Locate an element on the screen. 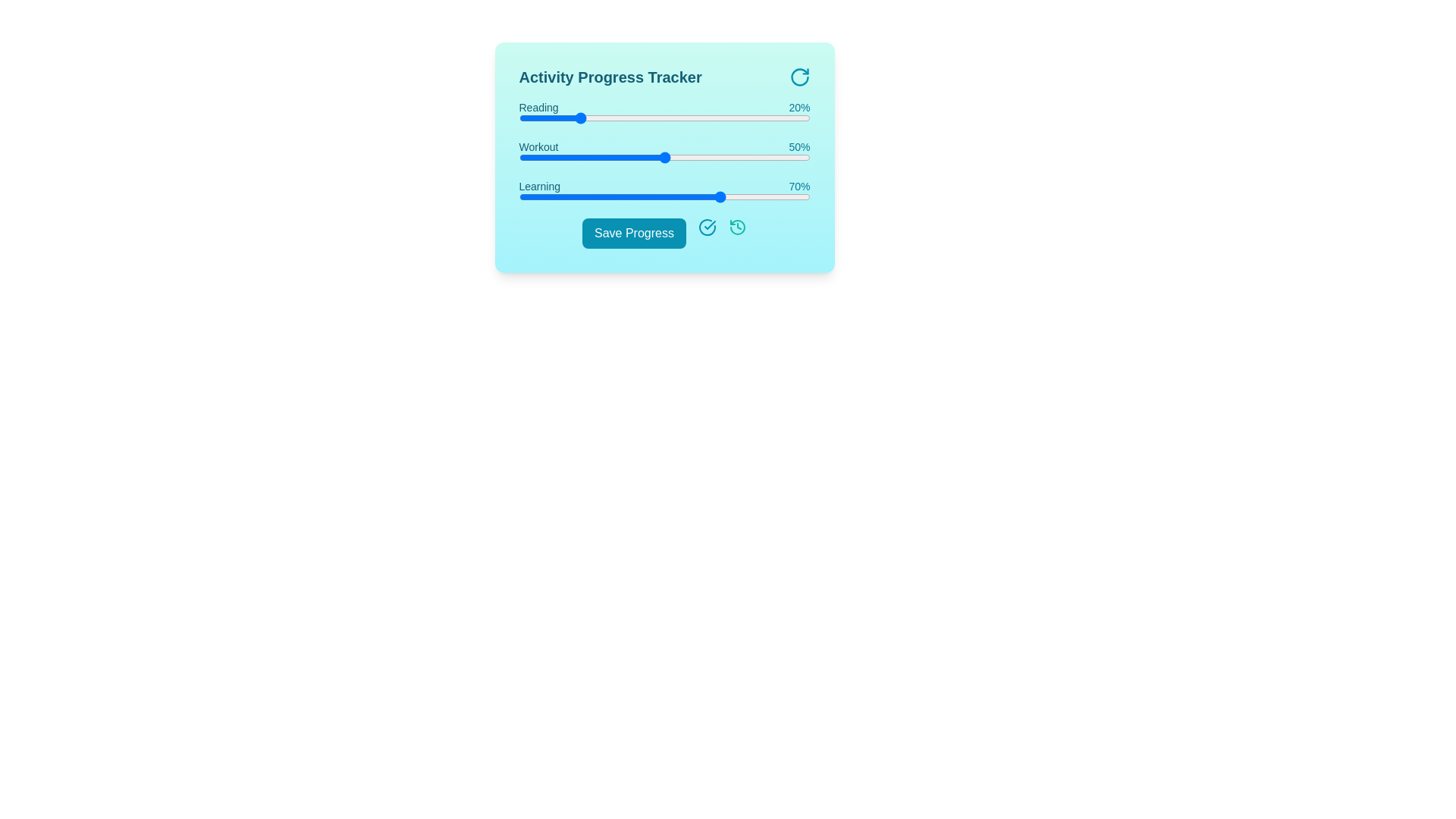  the refresh icon in the header to refresh the progress data is located at coordinates (799, 77).